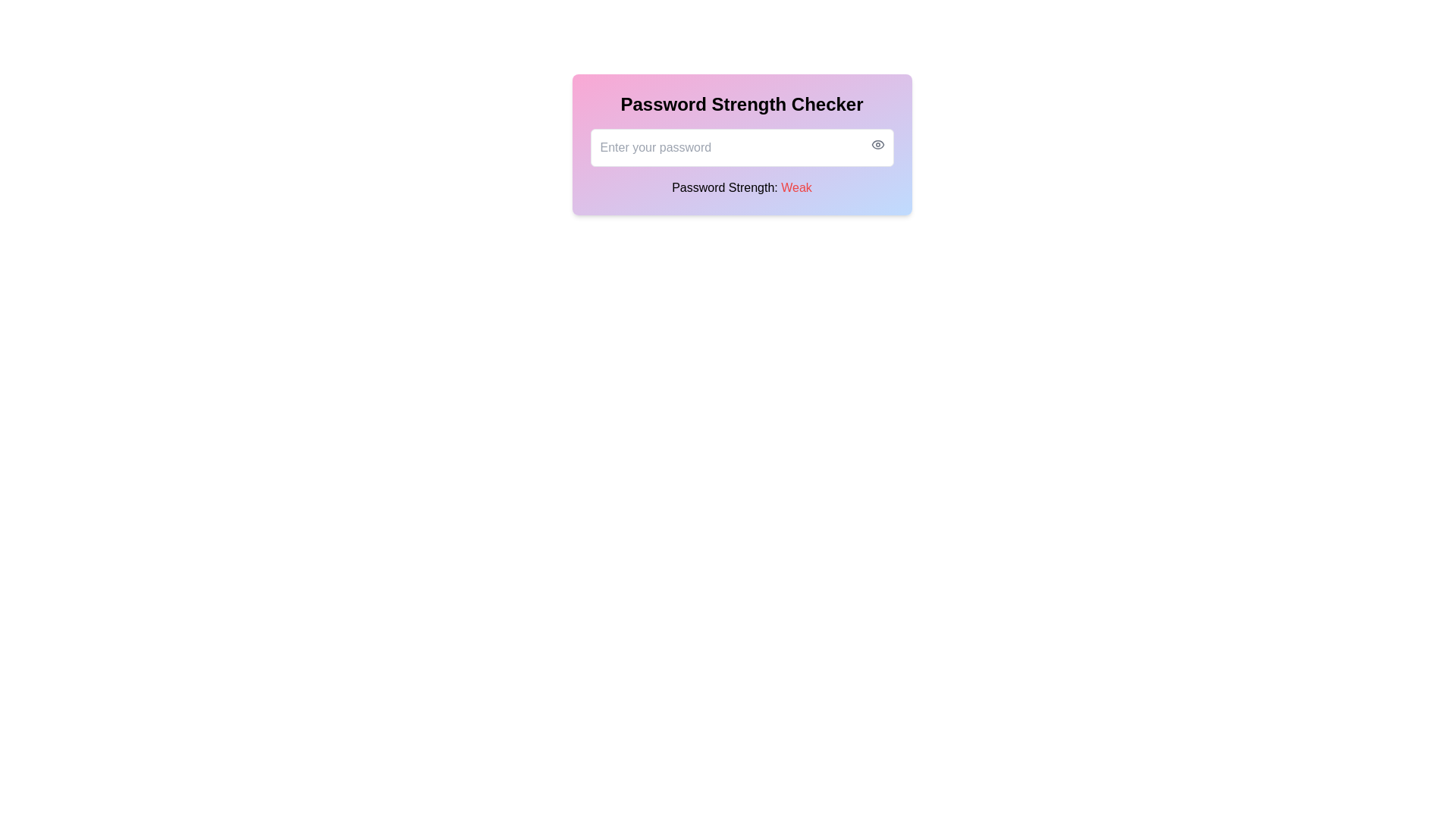 Image resolution: width=1456 pixels, height=819 pixels. Describe the element at coordinates (795, 187) in the screenshot. I see `the TextLabel that indicates the current strength of the entered password, which is located next to 'Password Strength:' in the 'Password Strength Checker' box` at that location.